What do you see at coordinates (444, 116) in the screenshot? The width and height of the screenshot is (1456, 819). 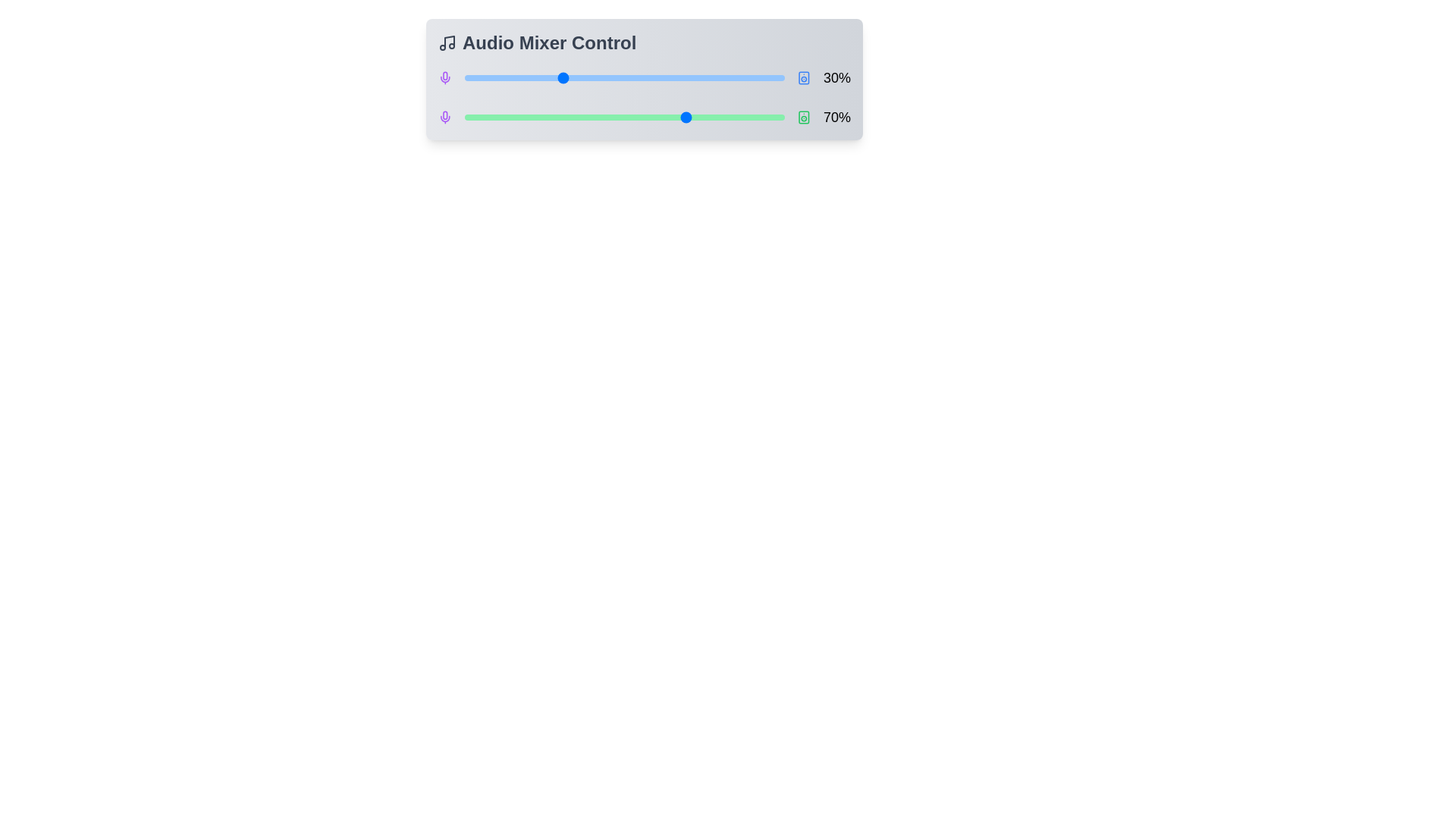 I see `the purple microphone icon located to the left of the green volume slider and the '70%' label` at bounding box center [444, 116].